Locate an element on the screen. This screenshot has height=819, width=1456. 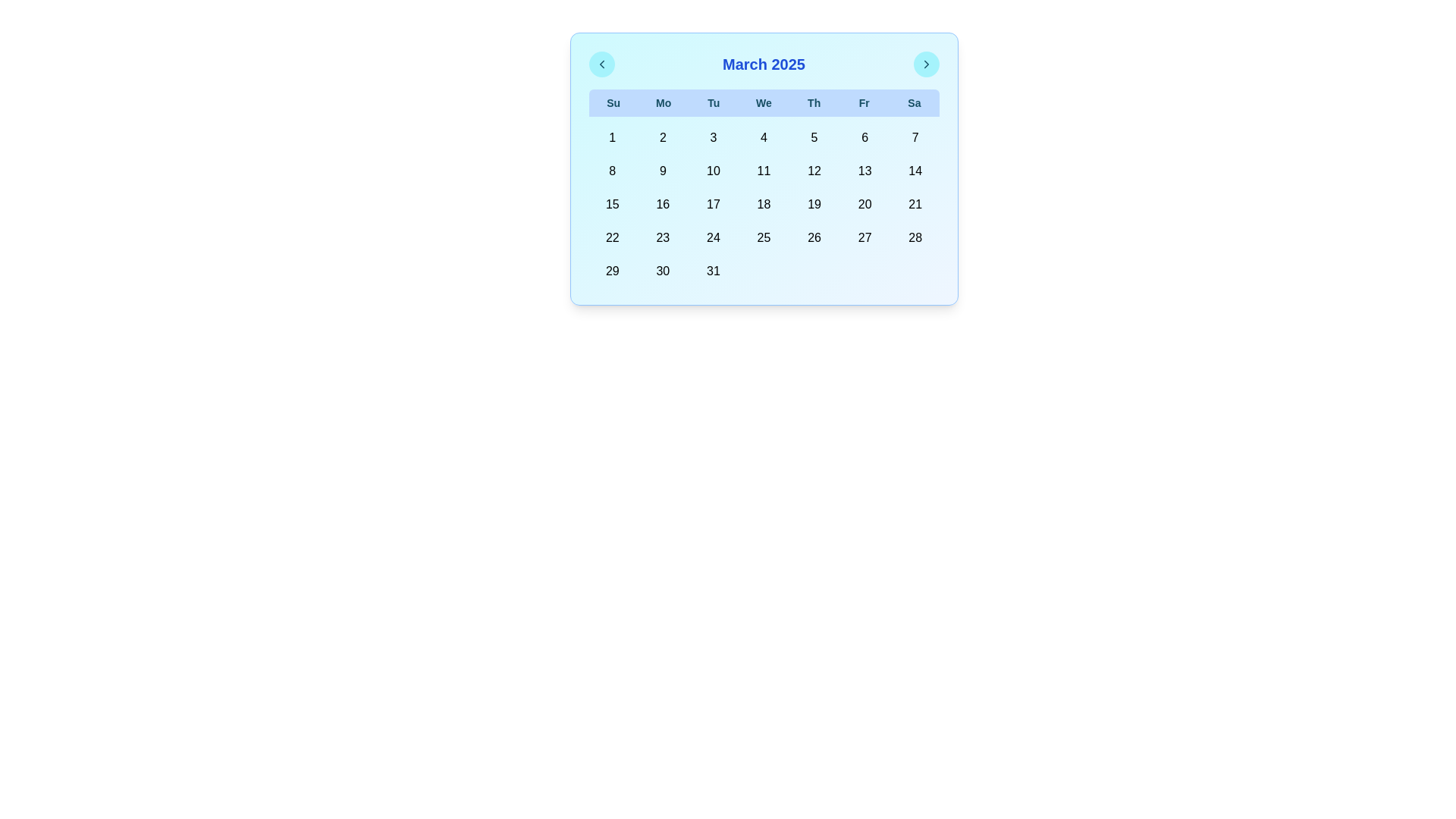
the calendar day cell representing the 28th day of March 2025 is located at coordinates (915, 237).